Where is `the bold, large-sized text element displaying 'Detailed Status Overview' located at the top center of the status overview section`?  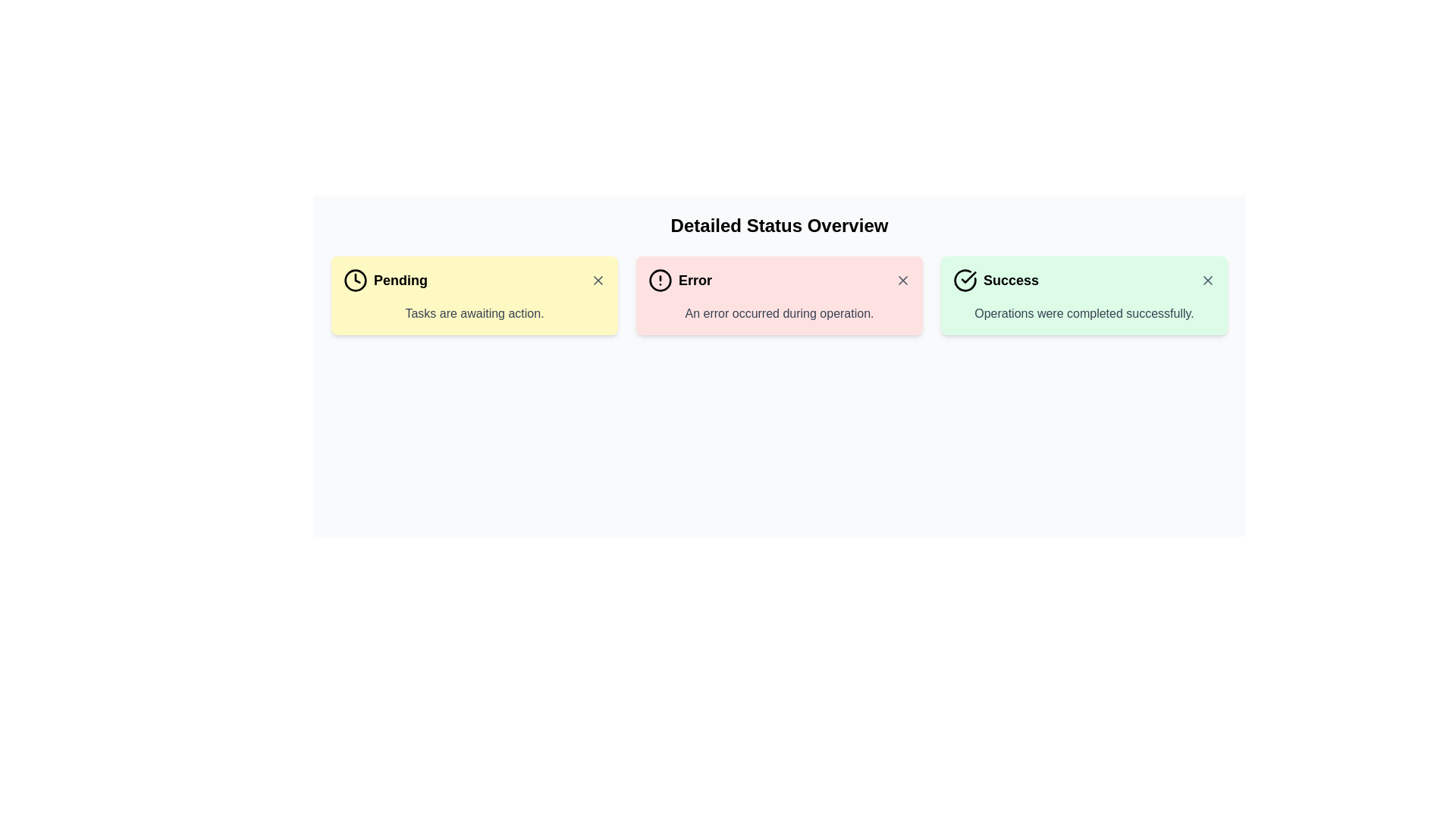
the bold, large-sized text element displaying 'Detailed Status Overview' located at the top center of the status overview section is located at coordinates (779, 225).